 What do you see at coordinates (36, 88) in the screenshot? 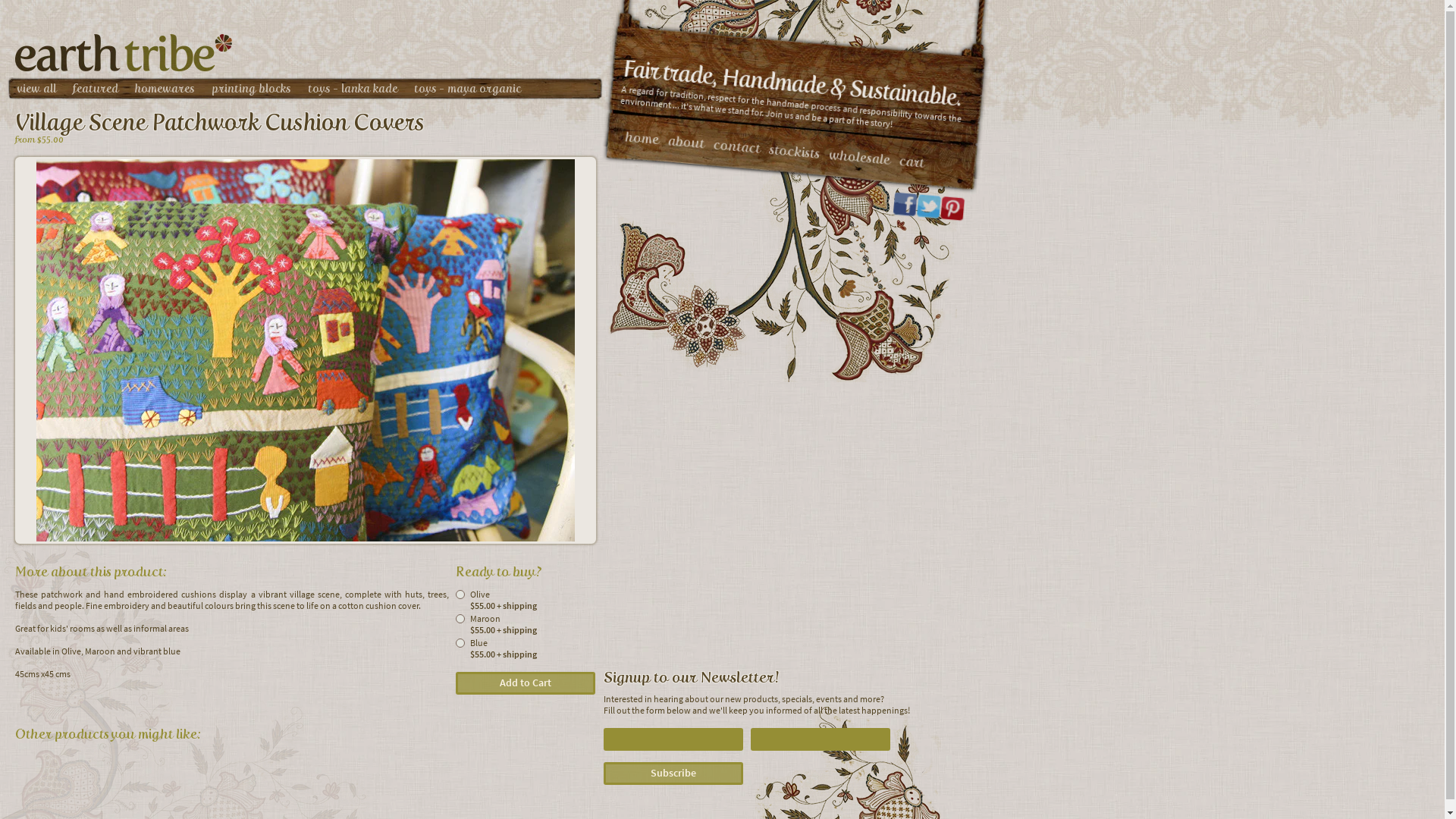
I see `'view all'` at bounding box center [36, 88].